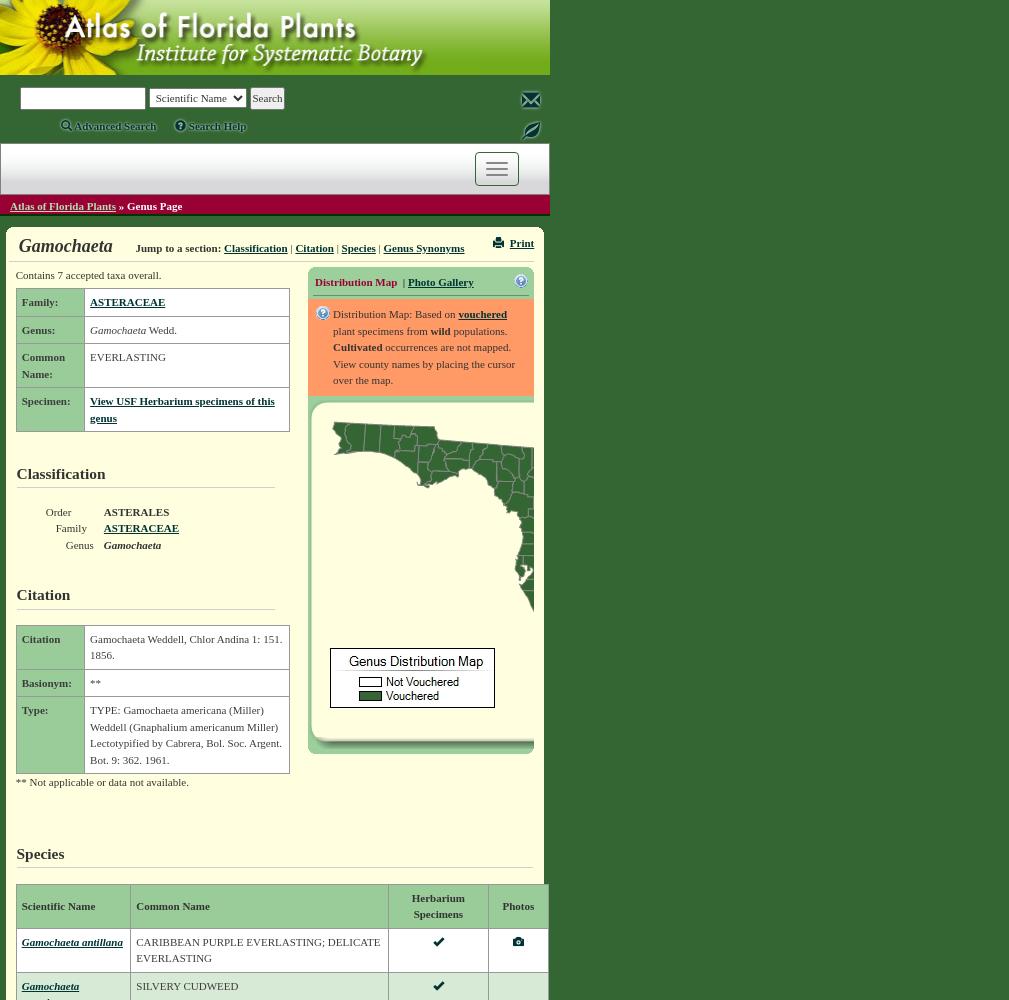 Image resolution: width=1009 pixels, height=1000 pixels. I want to click on 'Family:', so click(38, 302).